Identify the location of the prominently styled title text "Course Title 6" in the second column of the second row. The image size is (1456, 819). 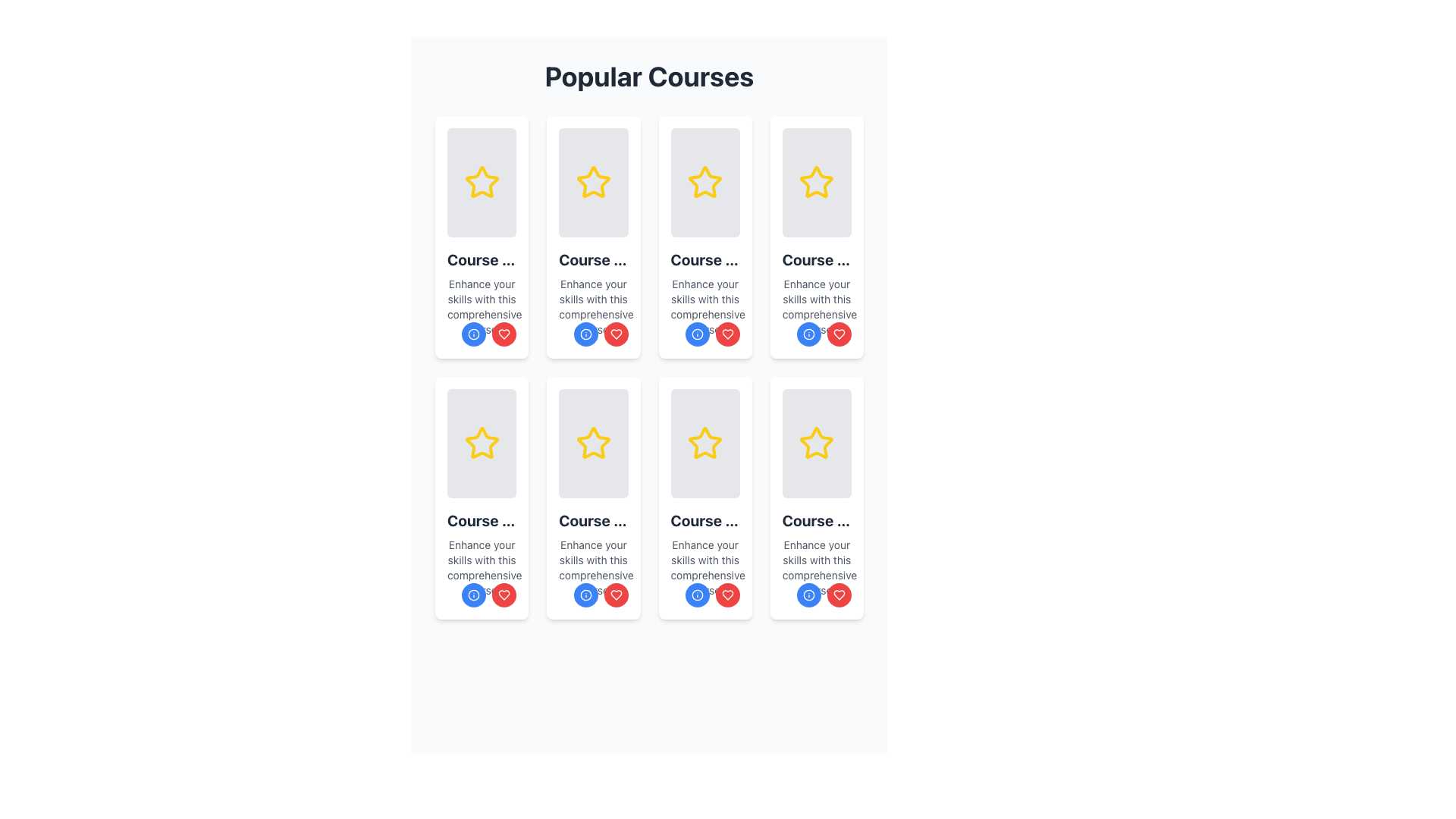
(592, 519).